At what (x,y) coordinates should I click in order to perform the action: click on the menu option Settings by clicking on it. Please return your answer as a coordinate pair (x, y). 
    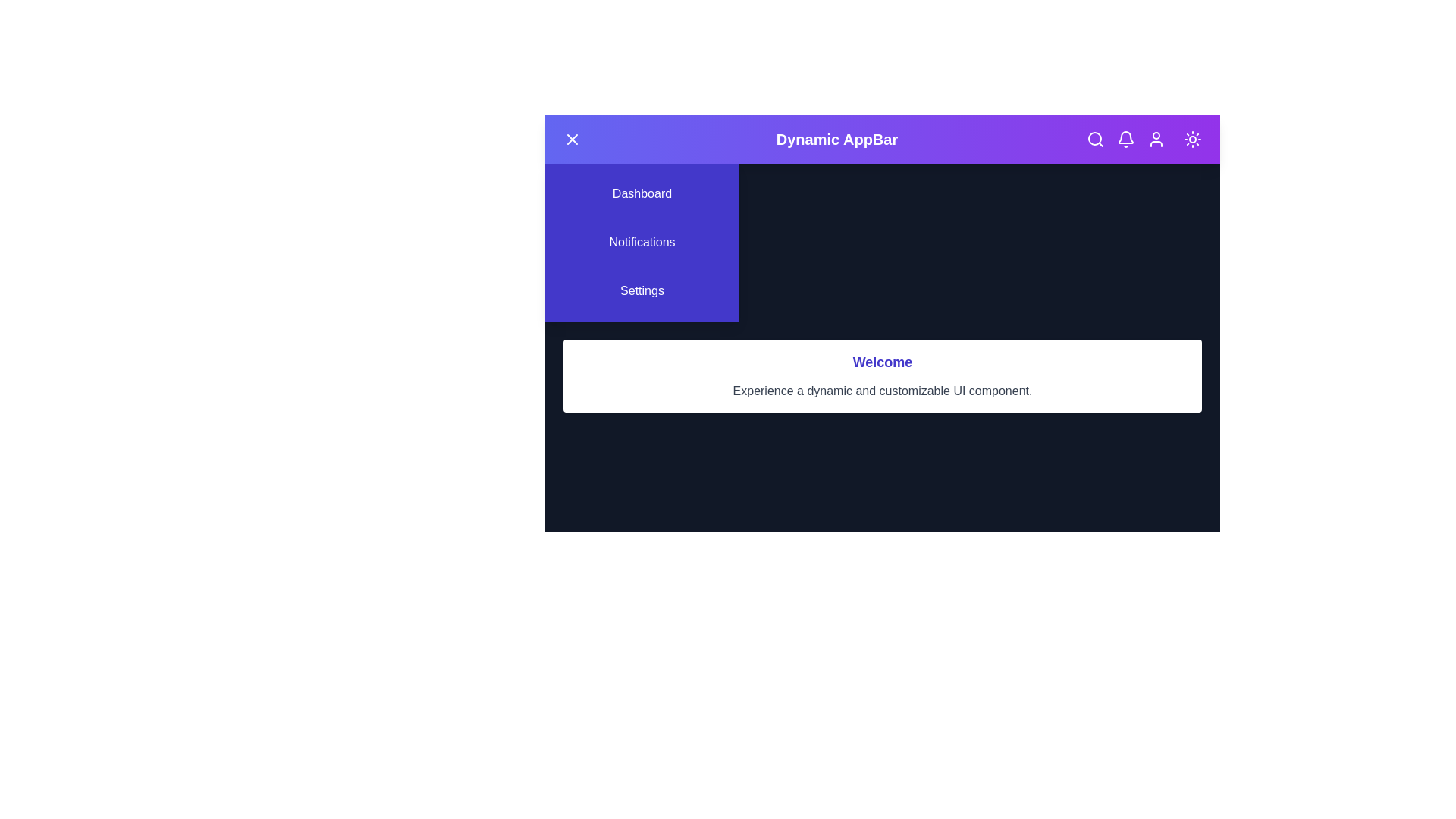
    Looking at the image, I should click on (642, 291).